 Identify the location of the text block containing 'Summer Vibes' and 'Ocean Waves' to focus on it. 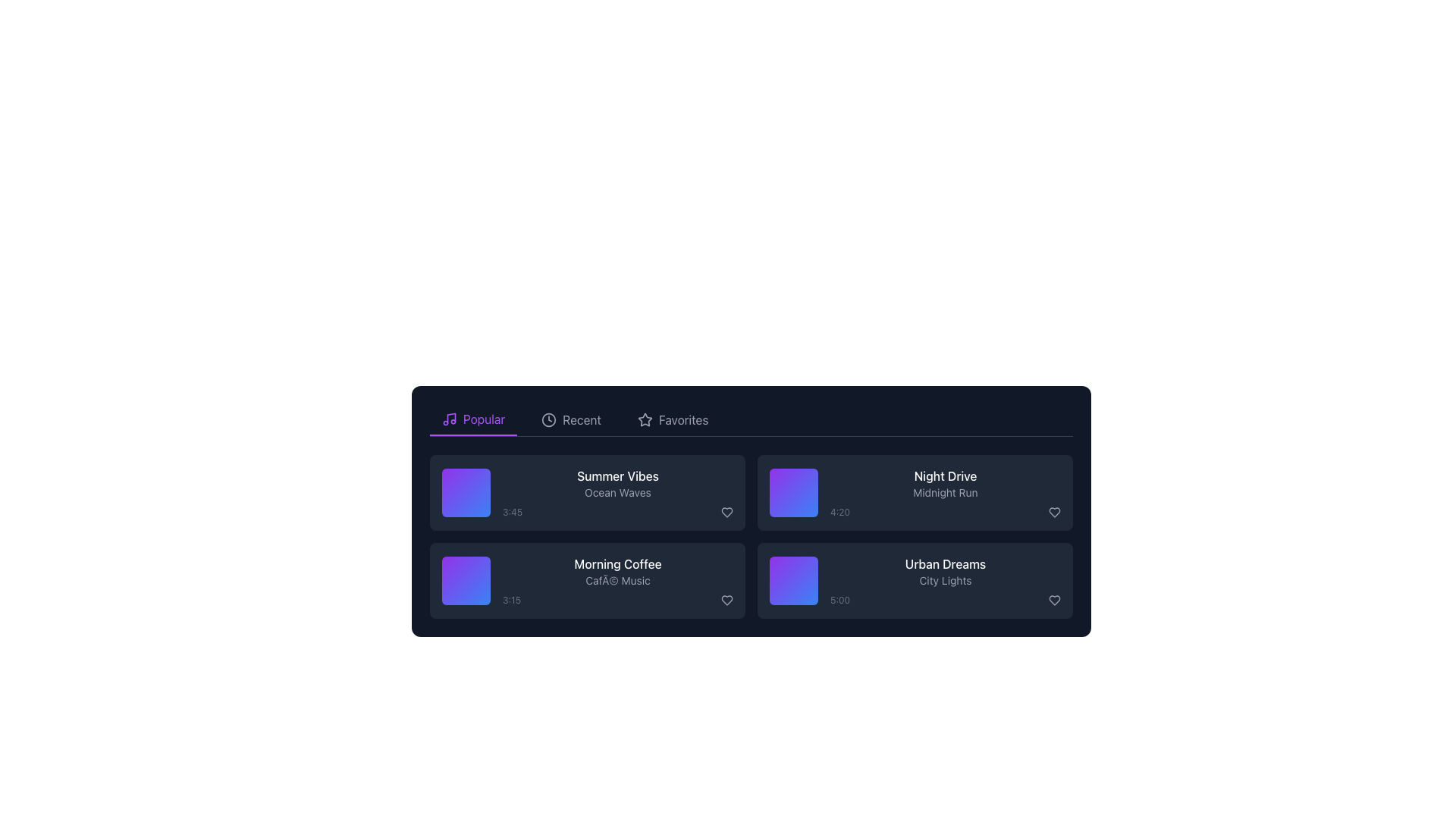
(618, 493).